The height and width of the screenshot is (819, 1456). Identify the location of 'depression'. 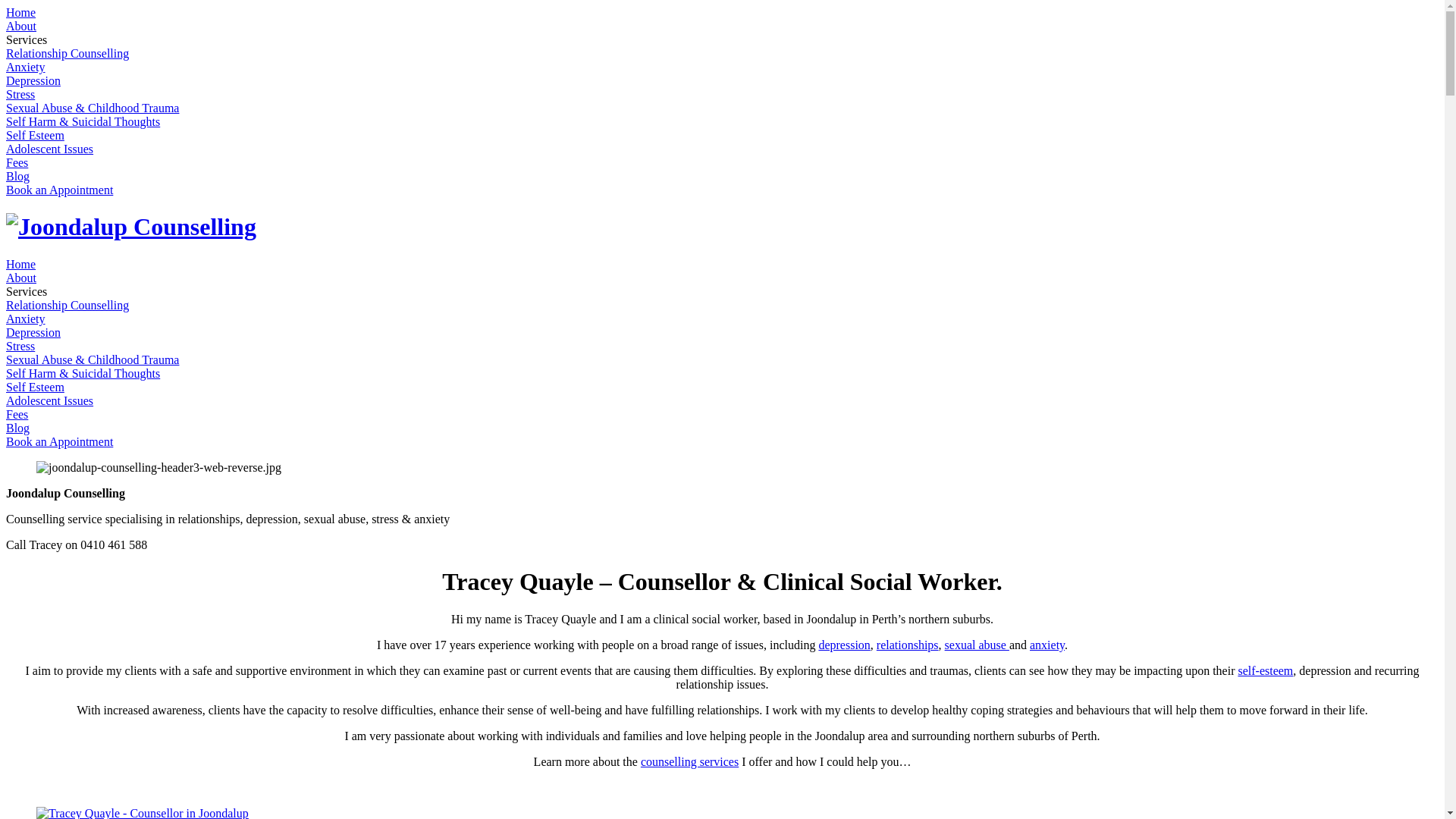
(843, 645).